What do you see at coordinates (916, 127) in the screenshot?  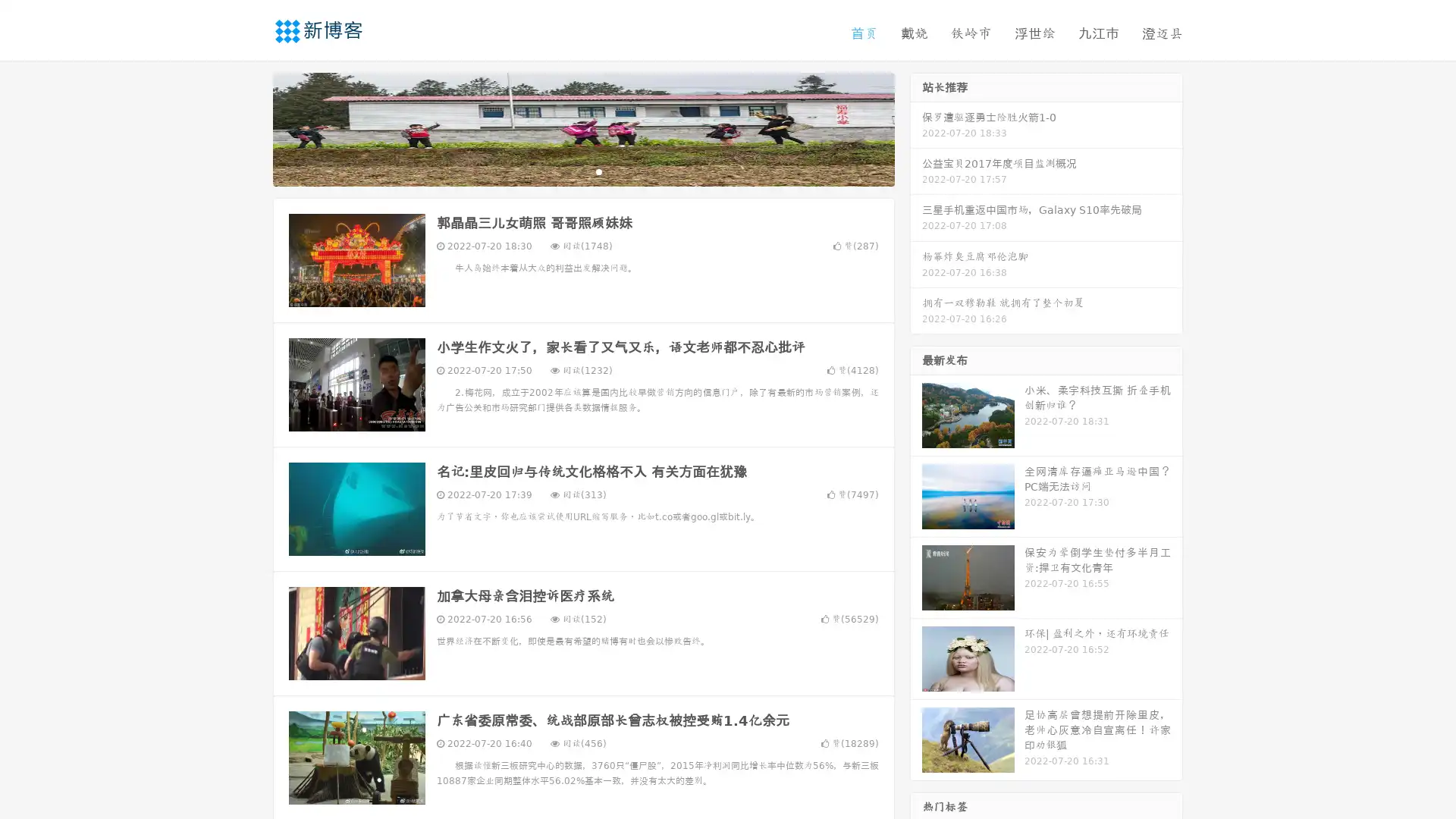 I see `Next slide` at bounding box center [916, 127].